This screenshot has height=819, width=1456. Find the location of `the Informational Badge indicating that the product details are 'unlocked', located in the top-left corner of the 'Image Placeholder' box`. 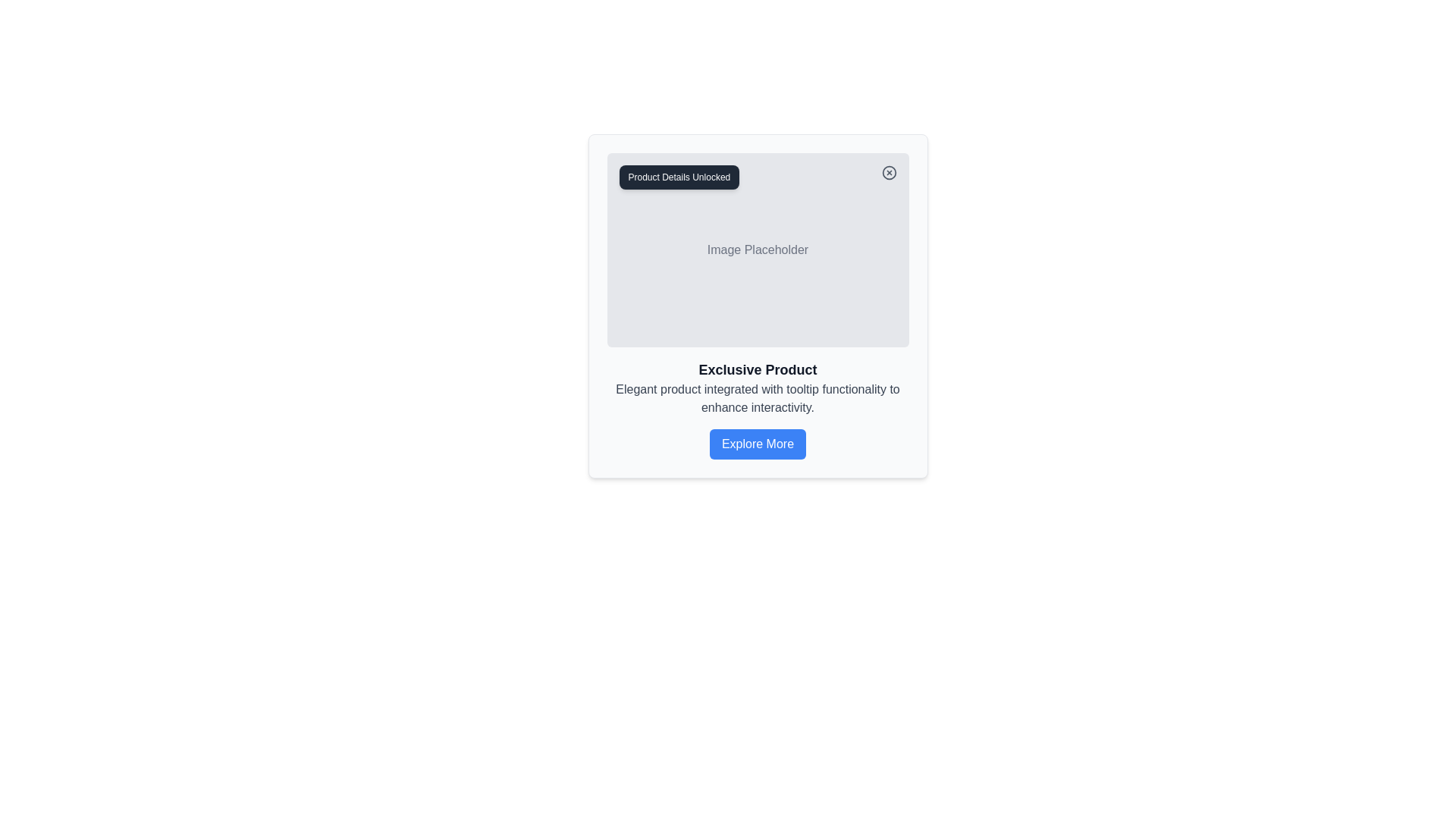

the Informational Badge indicating that the product details are 'unlocked', located in the top-left corner of the 'Image Placeholder' box is located at coordinates (678, 177).